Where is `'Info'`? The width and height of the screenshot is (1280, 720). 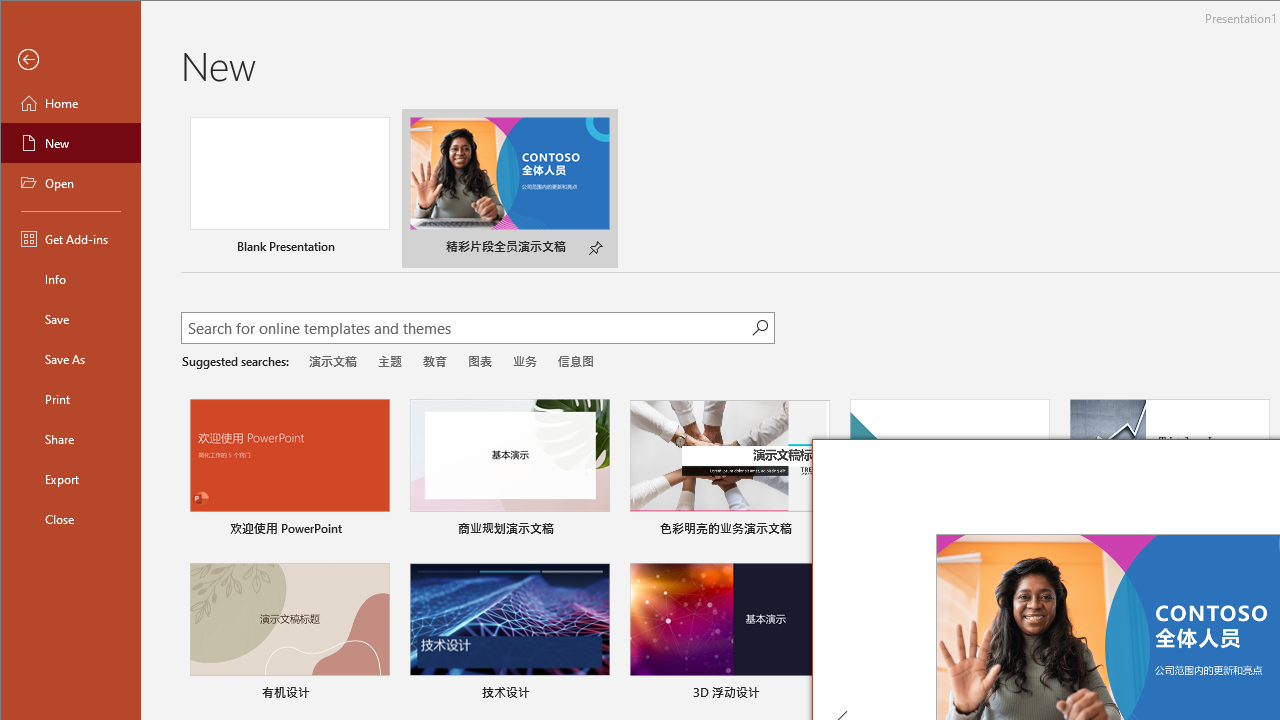
'Info' is located at coordinates (71, 279).